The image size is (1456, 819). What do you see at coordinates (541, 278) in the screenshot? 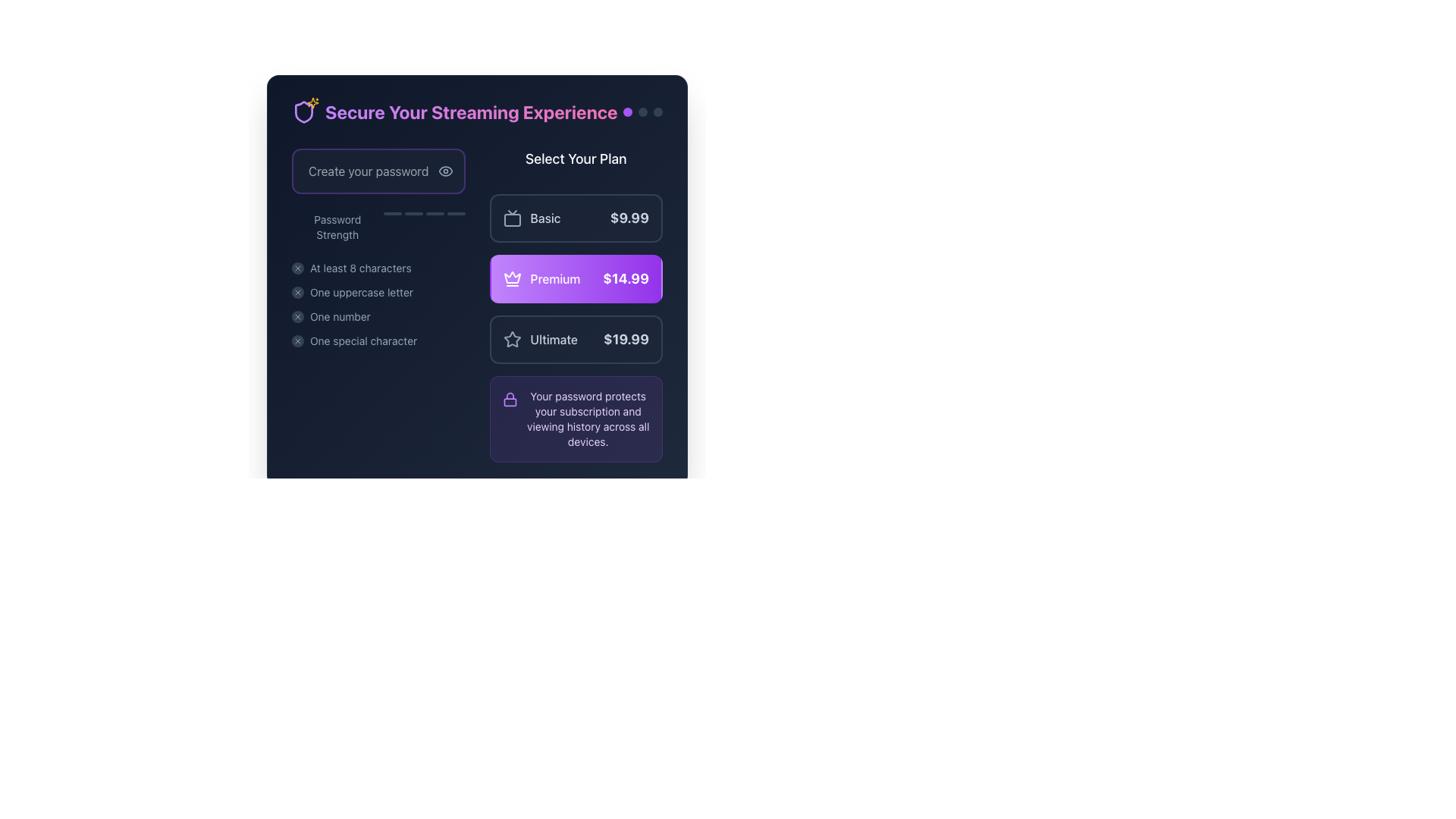
I see `the 'Premium' label with a crown icon, which is centrally located in the 'Select Your Plan' section` at bounding box center [541, 278].